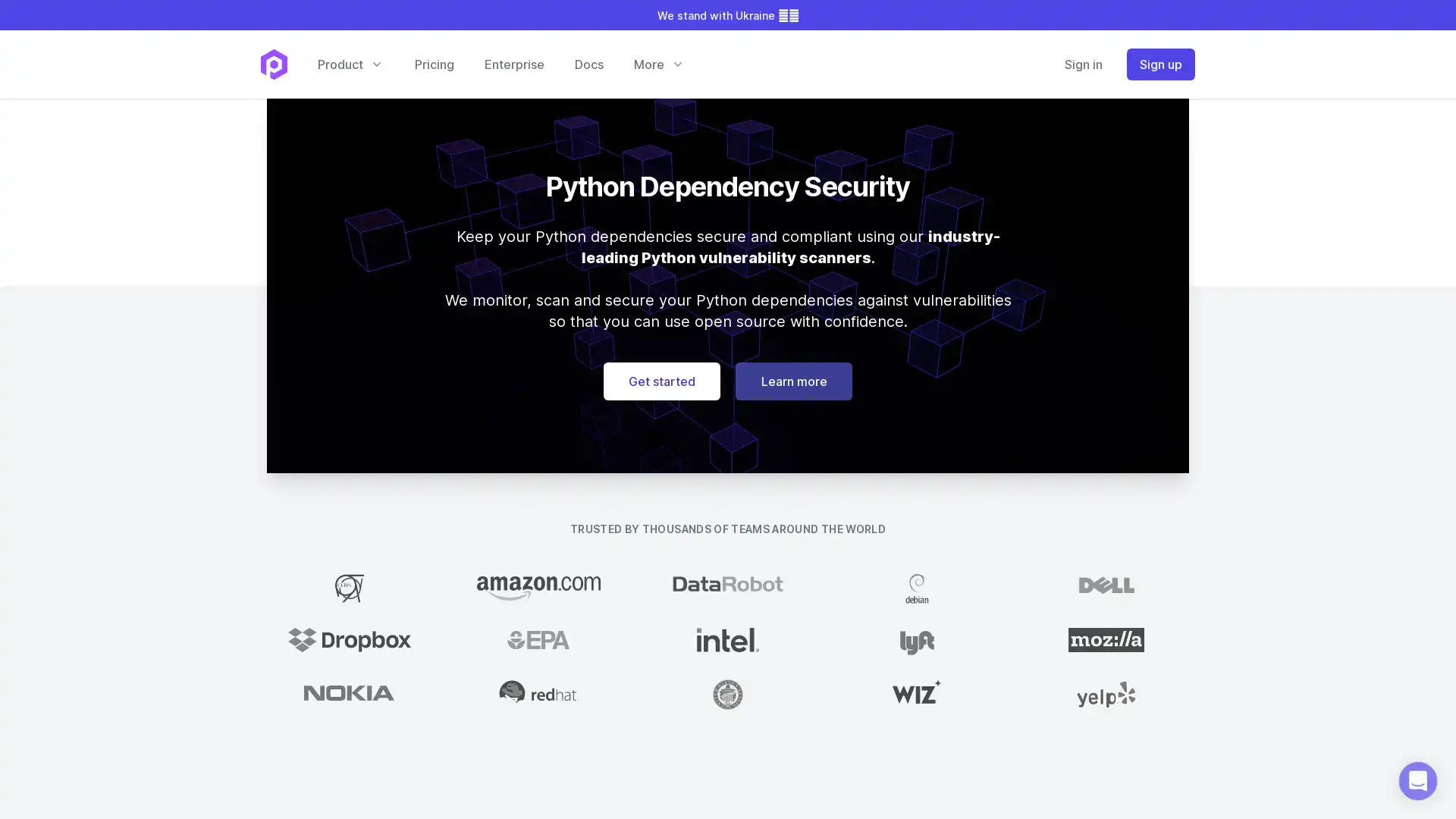 This screenshot has width=1456, height=819. What do you see at coordinates (1417, 780) in the screenshot?
I see `Open Intercom Messenger` at bounding box center [1417, 780].